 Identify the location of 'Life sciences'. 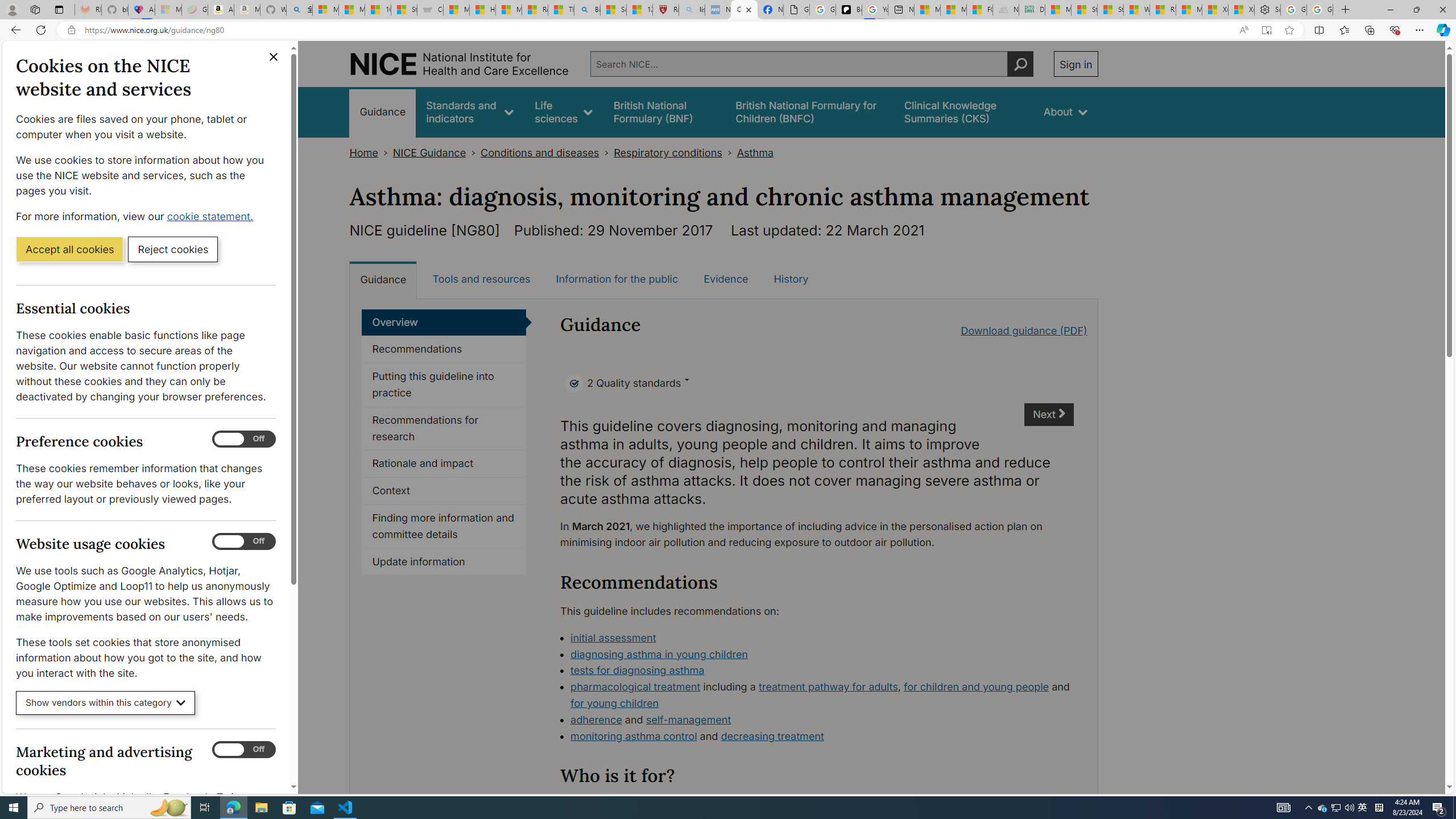
(563, 111).